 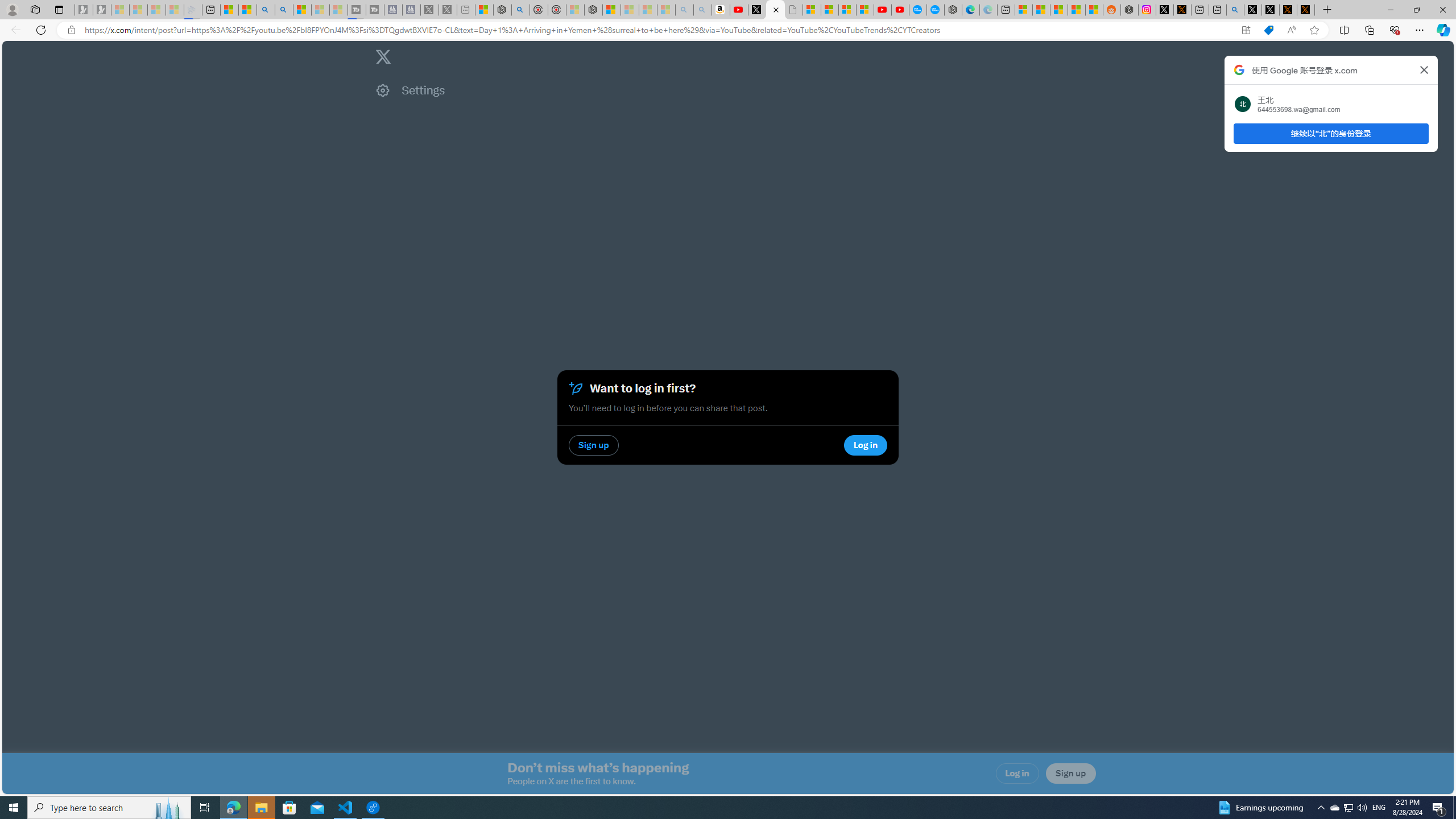 What do you see at coordinates (1246, 30) in the screenshot?
I see `'App available. Install X'` at bounding box center [1246, 30].